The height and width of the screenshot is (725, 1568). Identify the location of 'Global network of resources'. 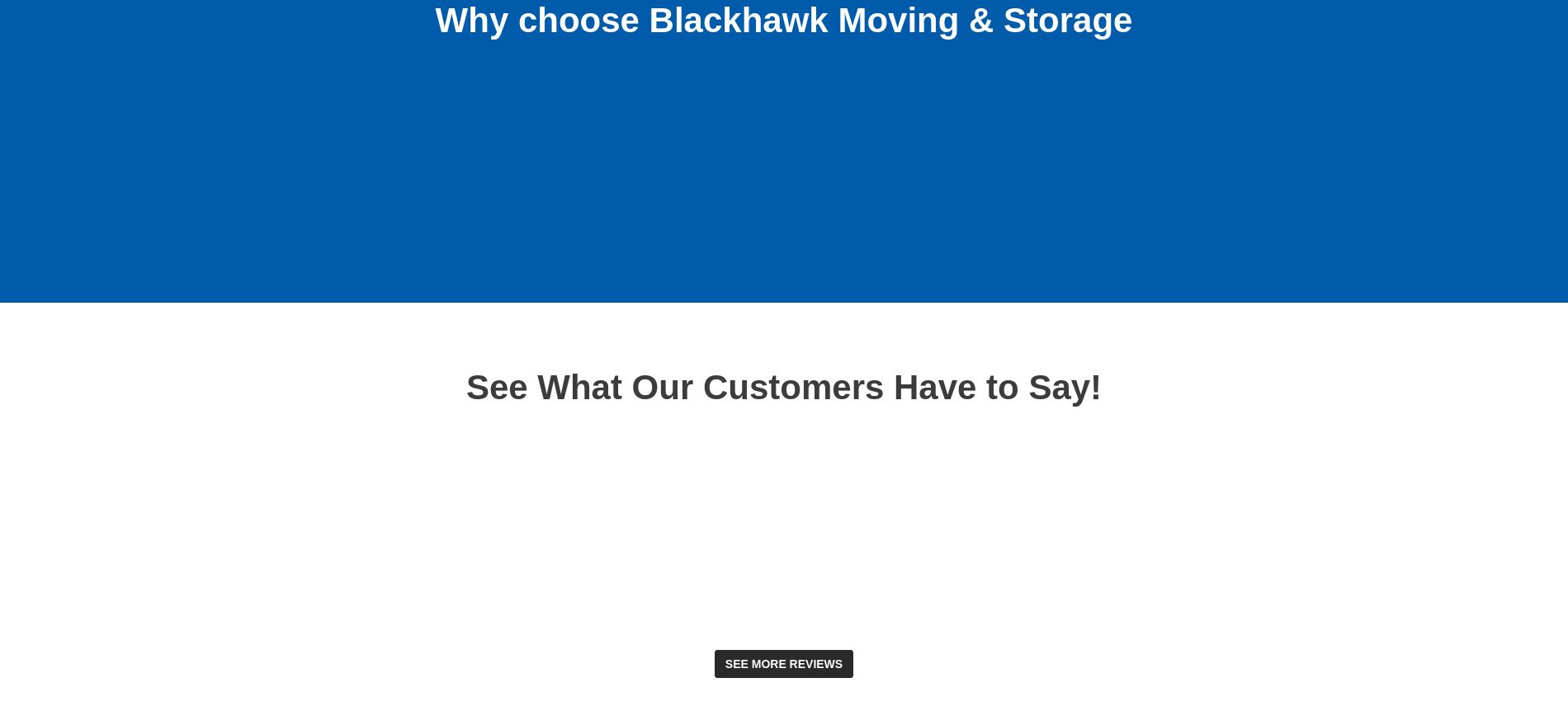
(1111, 121).